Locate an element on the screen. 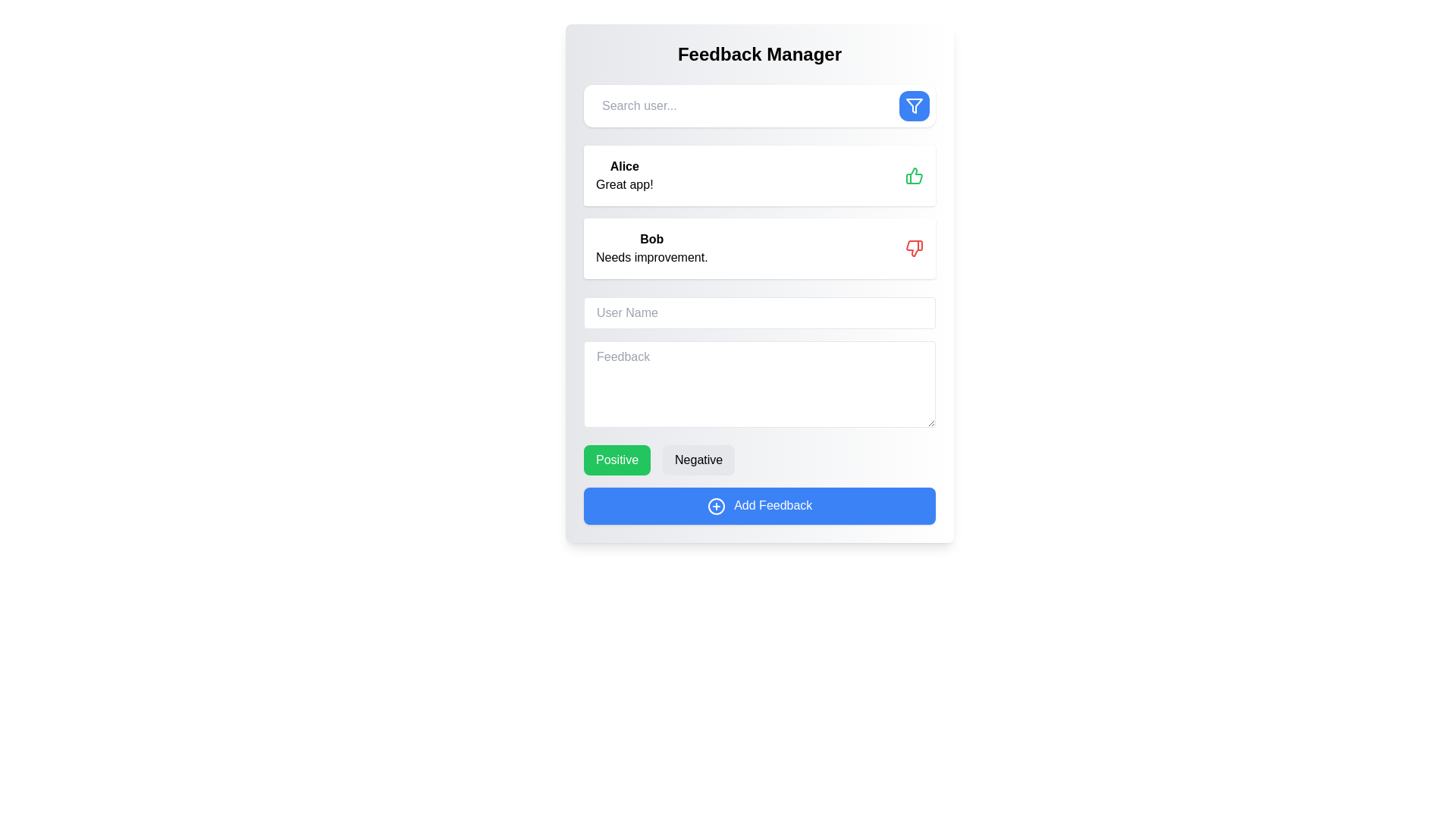 This screenshot has height=819, width=1456. the circular icon with a plus sign at its center, which is located within the 'Add Feedback' button on the left side is located at coordinates (715, 506).